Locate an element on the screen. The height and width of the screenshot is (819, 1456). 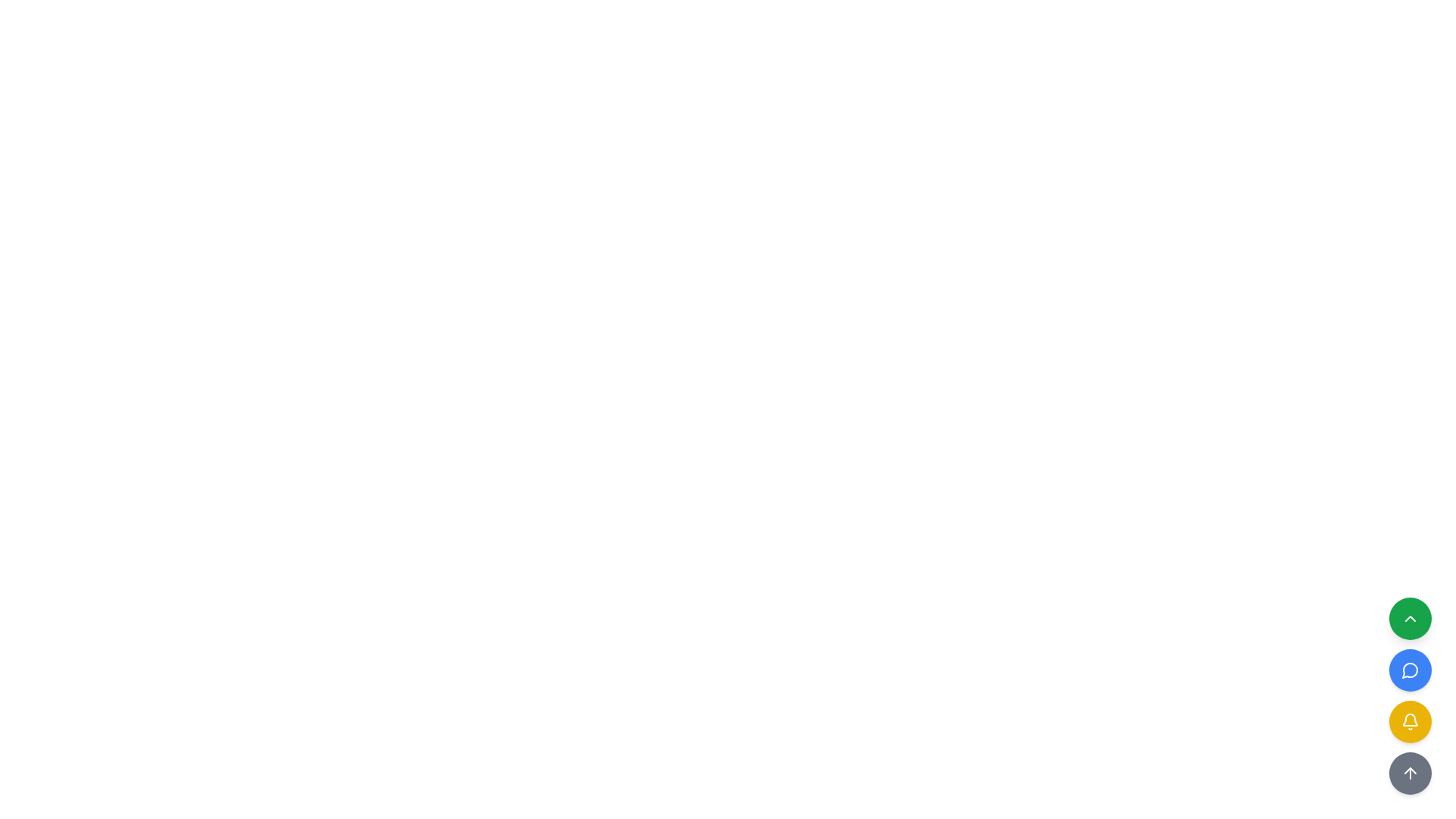
the yellow notification bell button located is located at coordinates (1410, 696).